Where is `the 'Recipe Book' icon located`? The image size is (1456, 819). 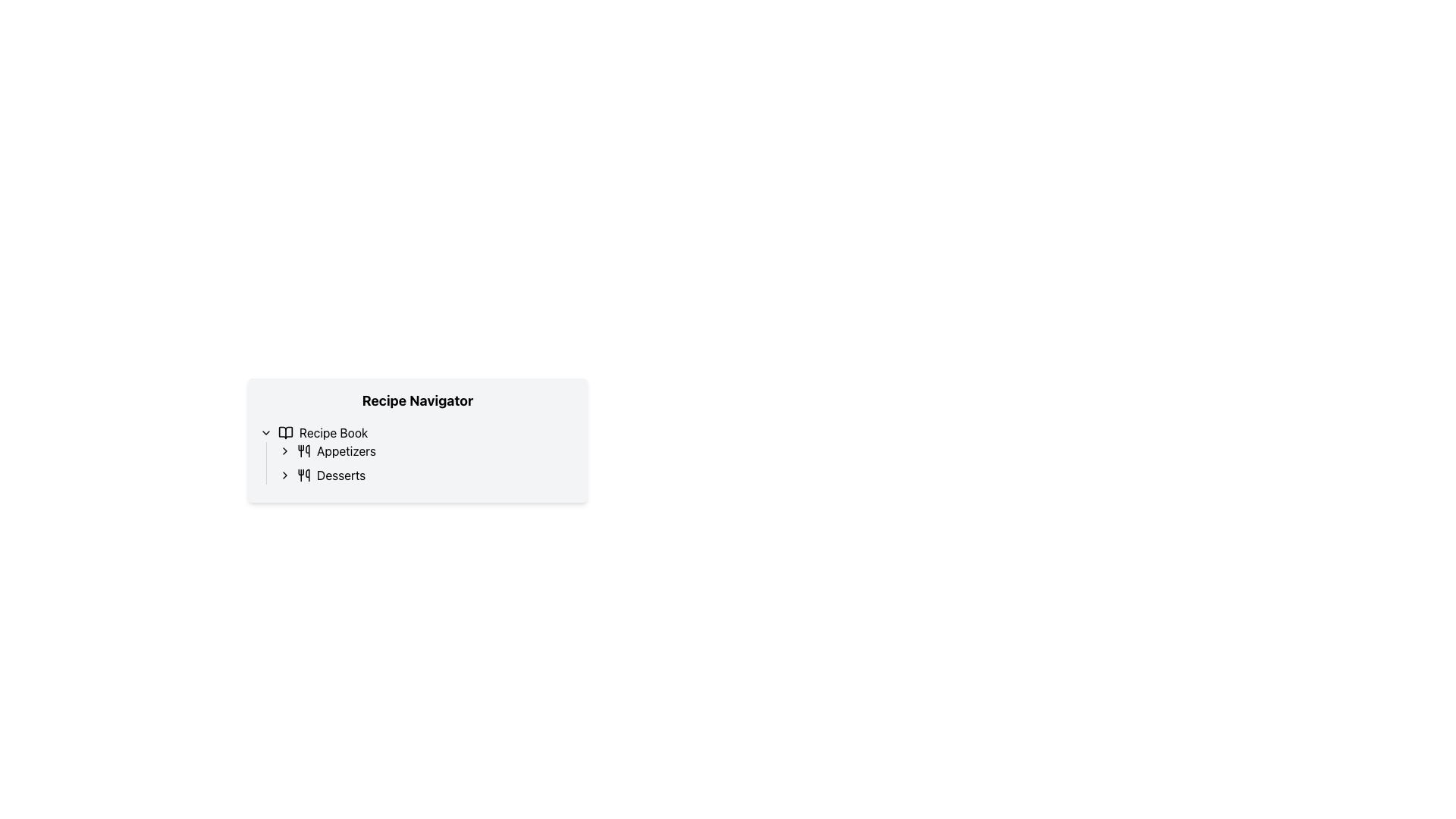
the 'Recipe Book' icon located is located at coordinates (286, 432).